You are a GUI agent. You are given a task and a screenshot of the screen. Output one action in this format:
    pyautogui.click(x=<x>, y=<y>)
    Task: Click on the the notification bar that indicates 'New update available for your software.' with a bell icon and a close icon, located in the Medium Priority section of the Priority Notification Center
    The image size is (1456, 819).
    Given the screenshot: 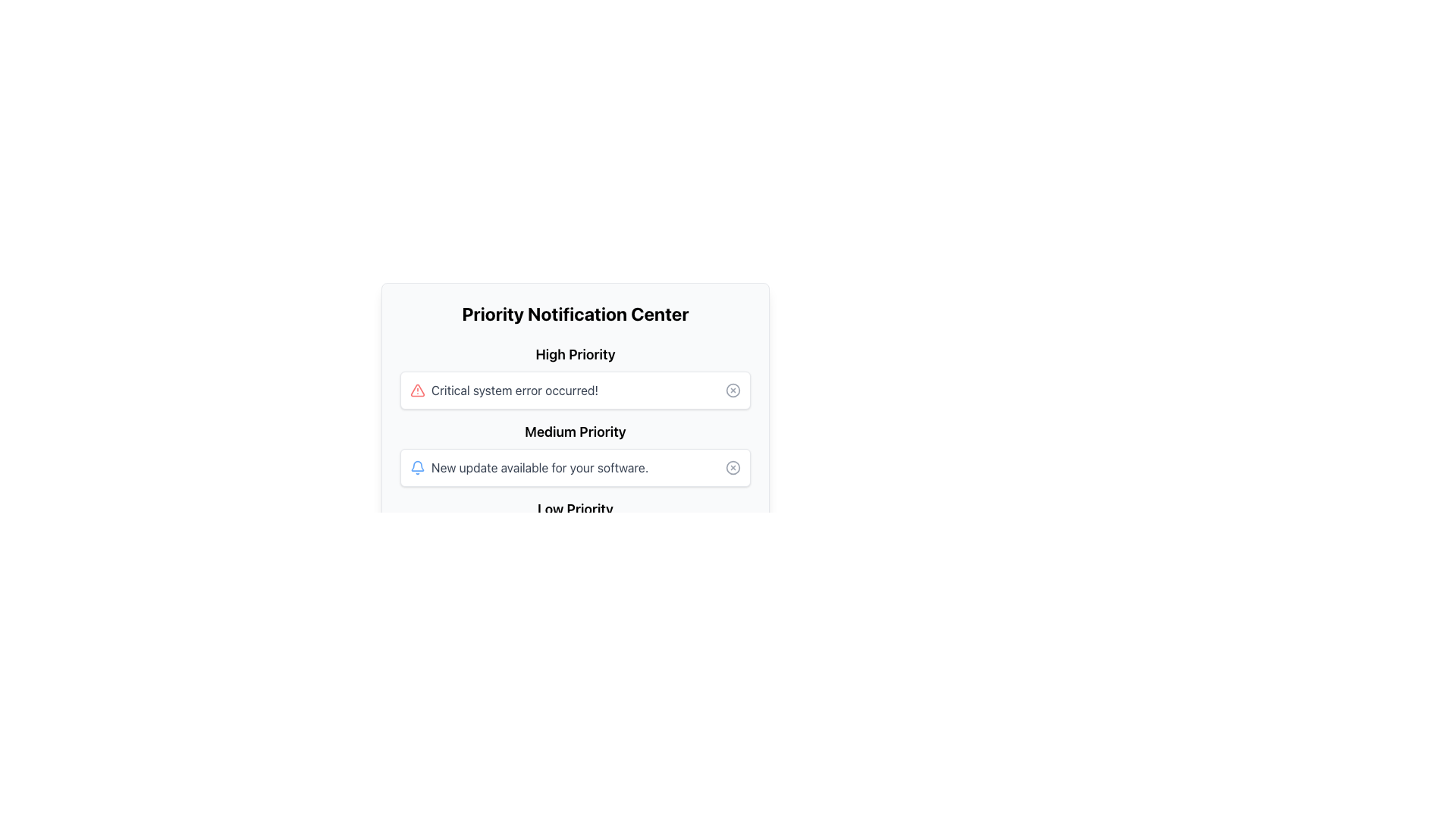 What is the action you would take?
    pyautogui.click(x=574, y=467)
    